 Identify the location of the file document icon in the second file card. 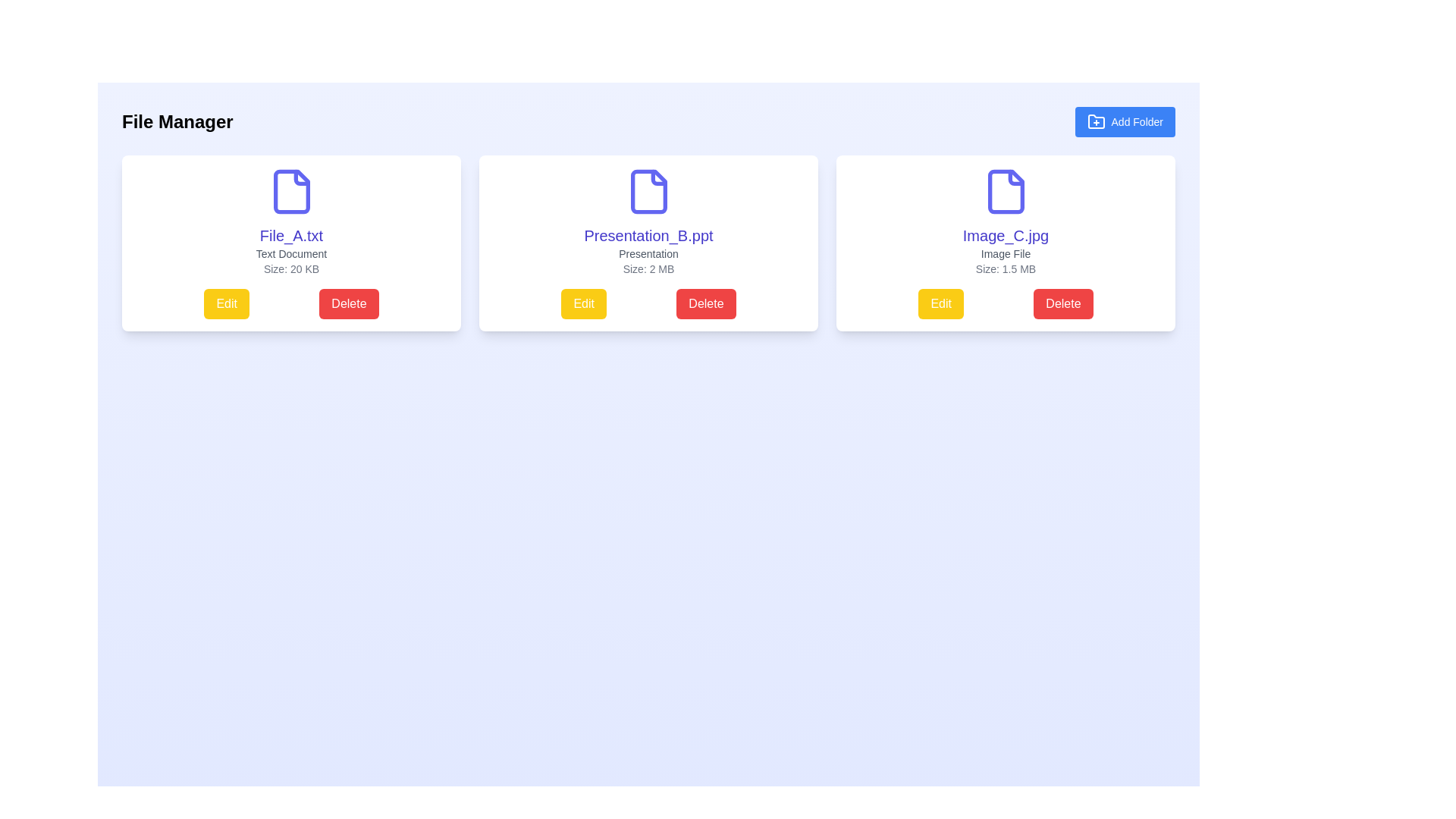
(648, 191).